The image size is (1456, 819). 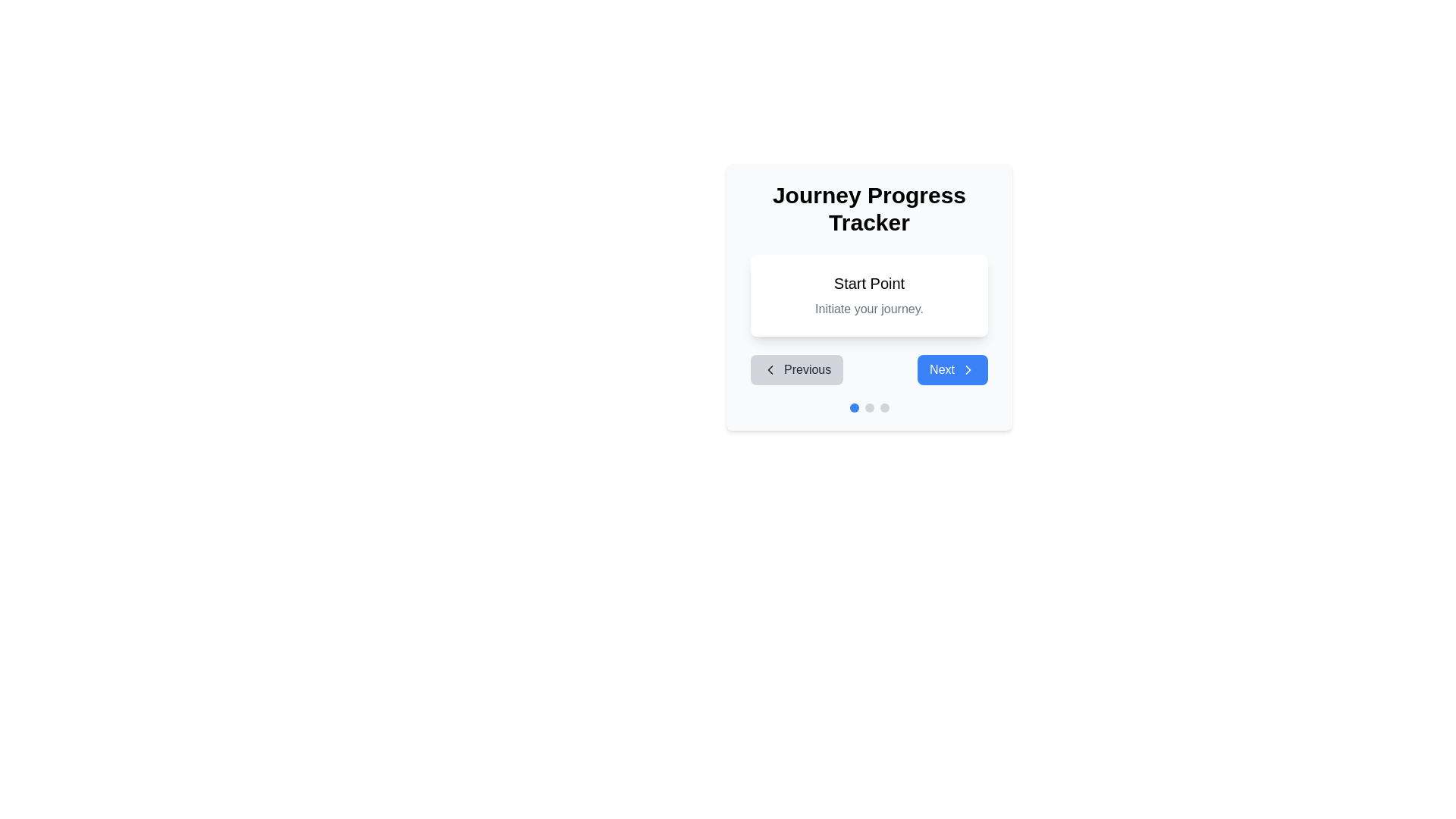 I want to click on the second gray circular progress indicator in the inactive state, located centrally below the 'Previous' and 'Next' buttons, so click(x=869, y=406).